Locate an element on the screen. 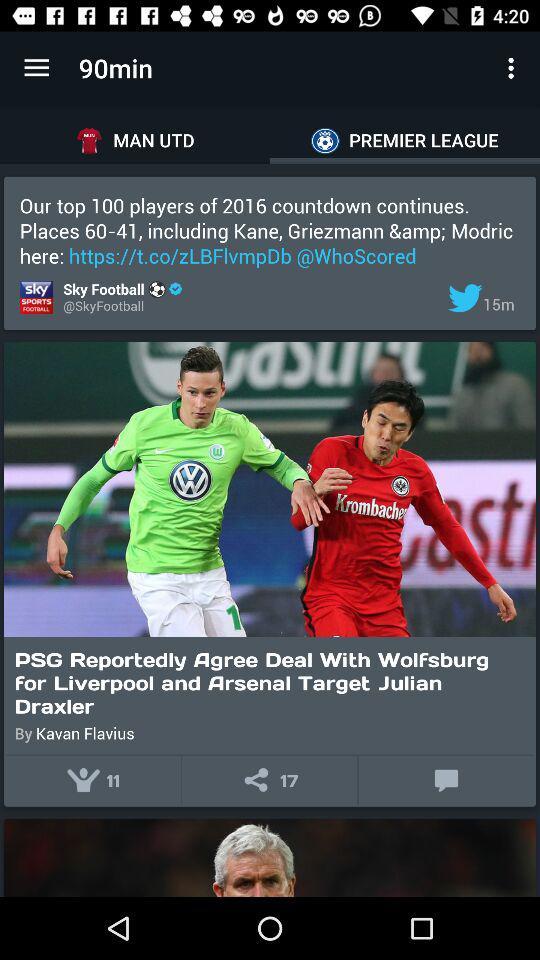 The image size is (540, 960). our top 100 icon is located at coordinates (270, 230).